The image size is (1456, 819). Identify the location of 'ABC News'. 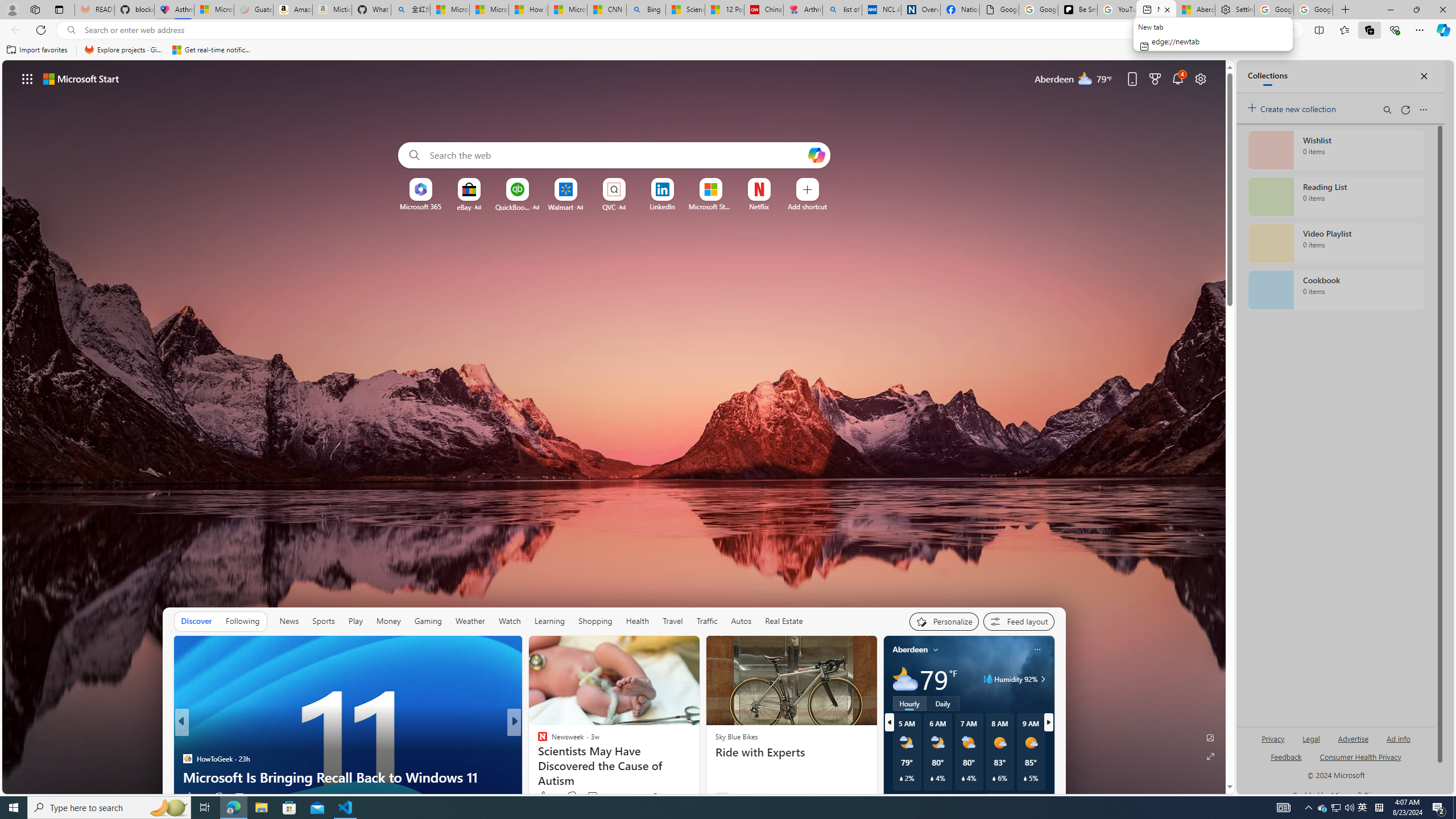
(537, 741).